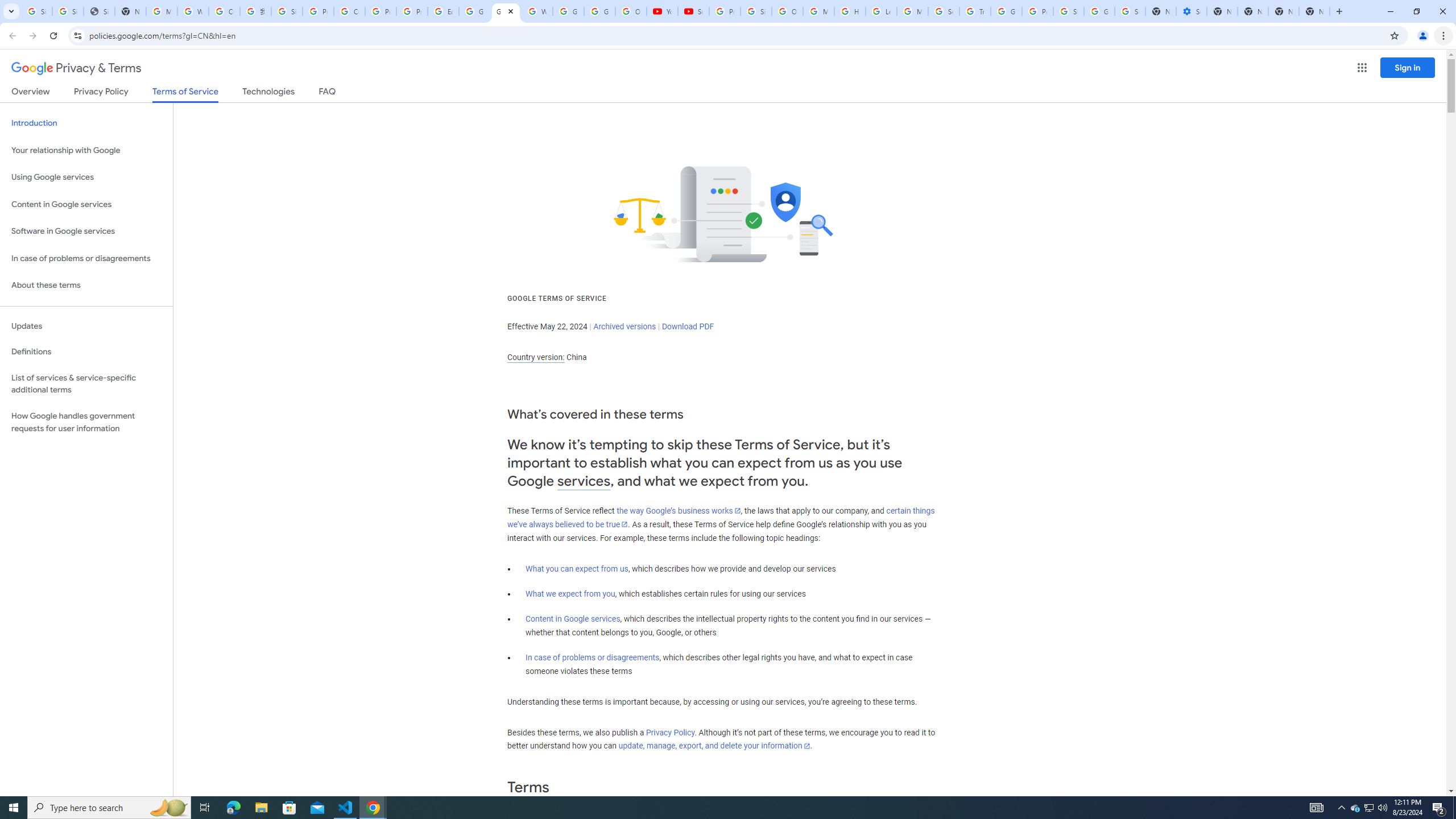 Image resolution: width=1456 pixels, height=819 pixels. What do you see at coordinates (624, 325) in the screenshot?
I see `'Archived versions'` at bounding box center [624, 325].